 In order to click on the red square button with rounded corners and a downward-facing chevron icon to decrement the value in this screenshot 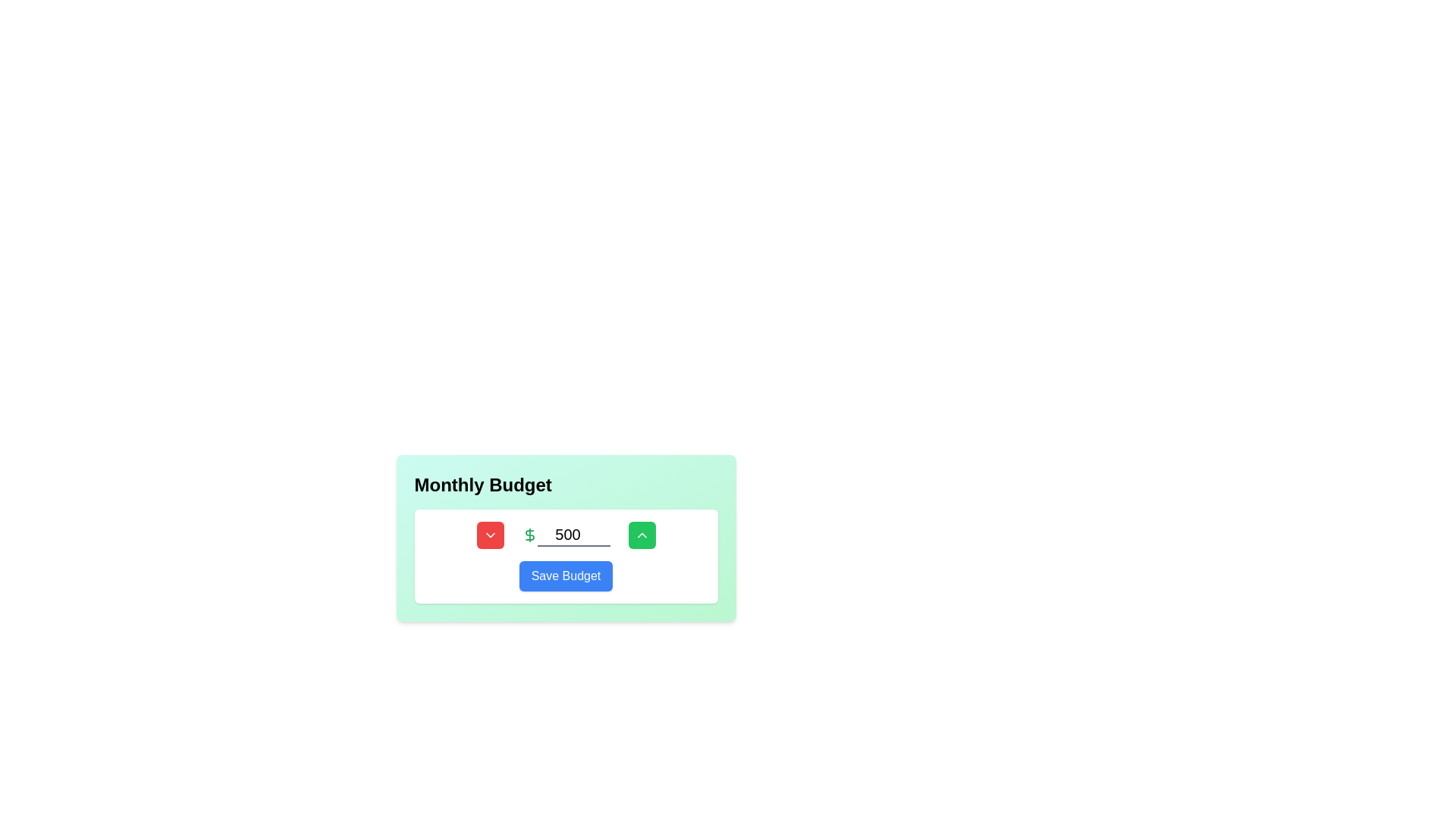, I will do `click(490, 534)`.